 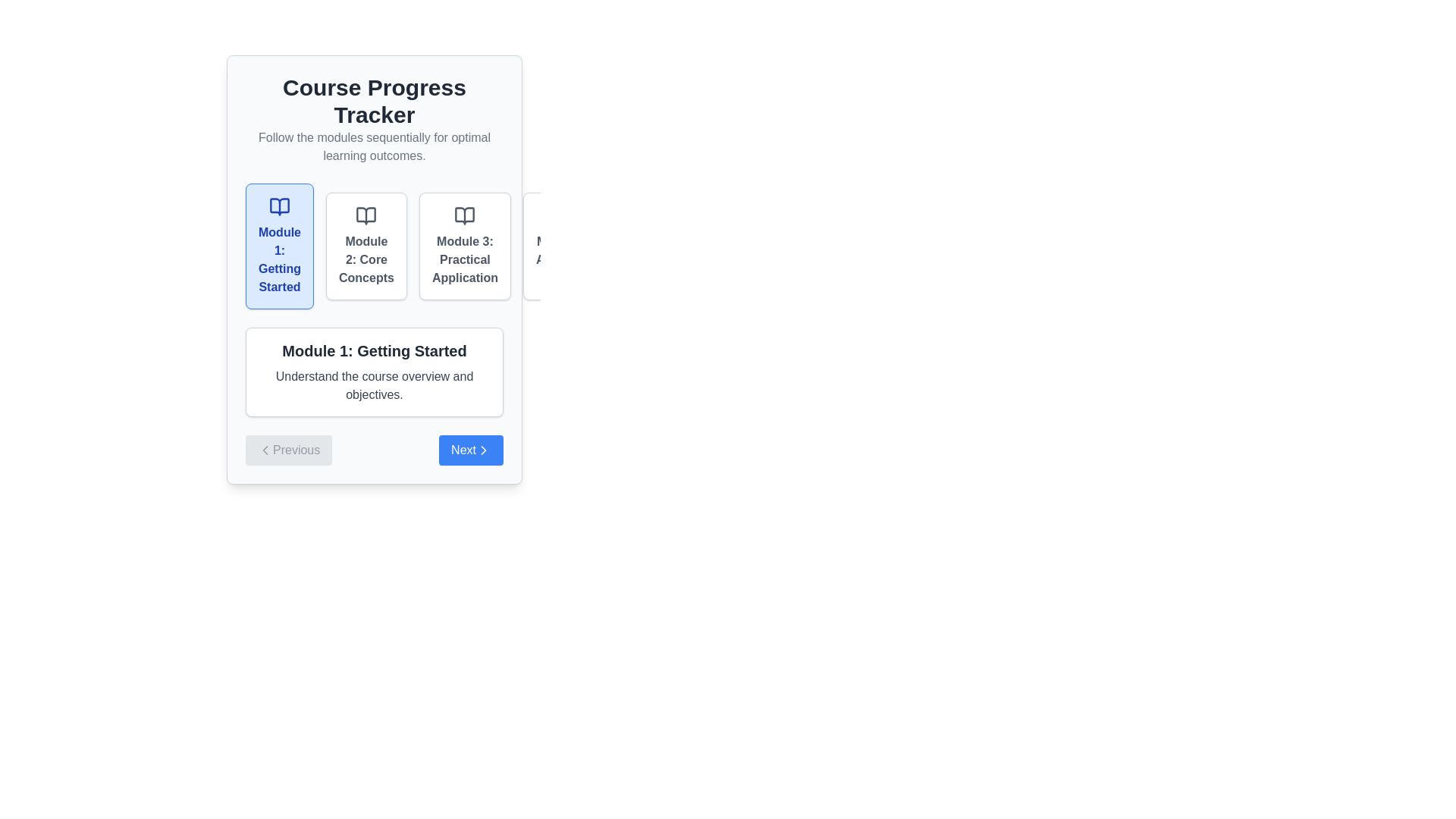 What do you see at coordinates (366, 216) in the screenshot?
I see `the right section of the open book icon within the 'Module 2: Core Concepts' button, which is the second module button` at bounding box center [366, 216].